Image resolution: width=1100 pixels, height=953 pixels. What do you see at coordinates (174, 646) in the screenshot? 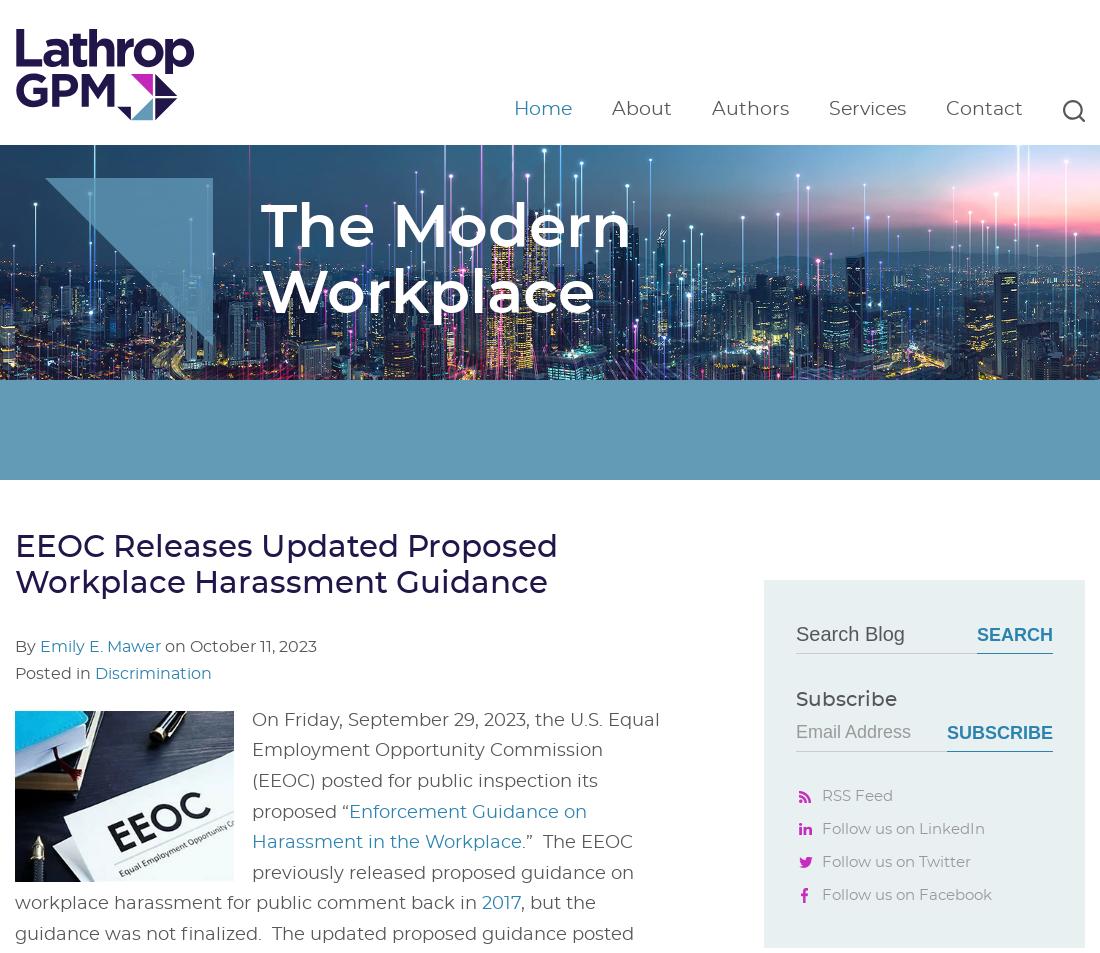
I see `'on'` at bounding box center [174, 646].